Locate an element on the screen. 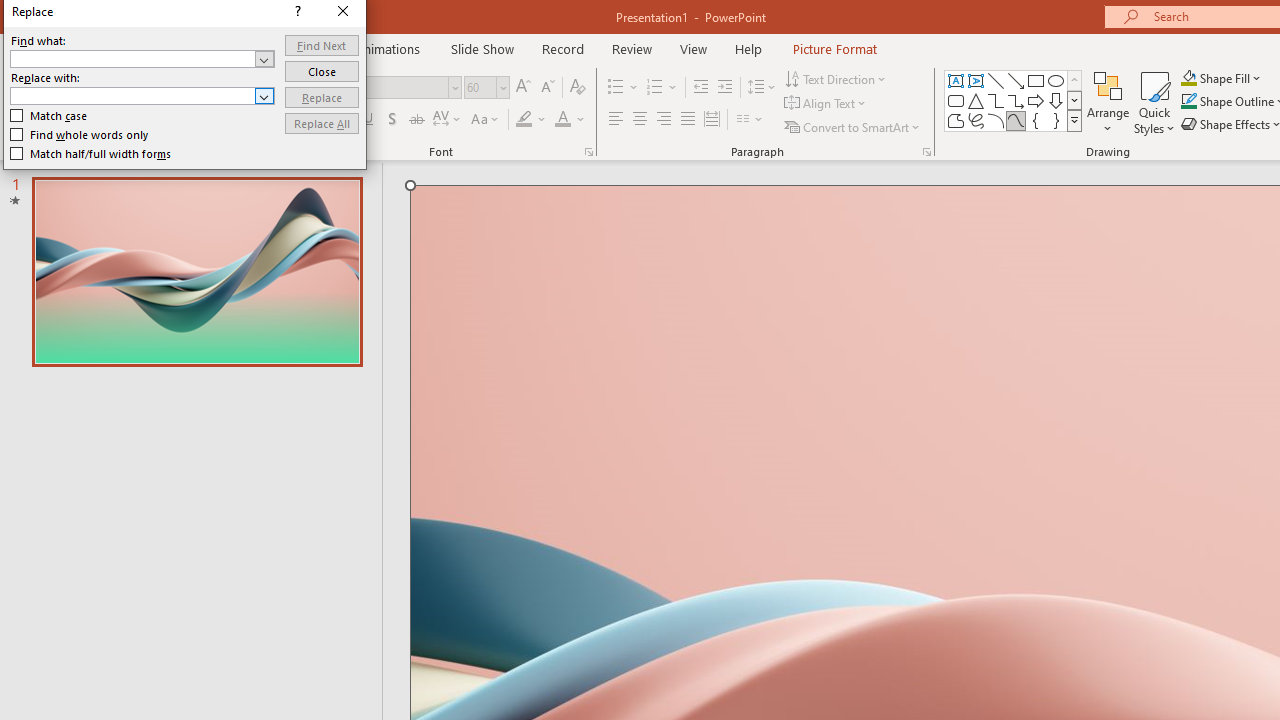 The image size is (1280, 720). 'Arrow: Down' is located at coordinates (1055, 100).